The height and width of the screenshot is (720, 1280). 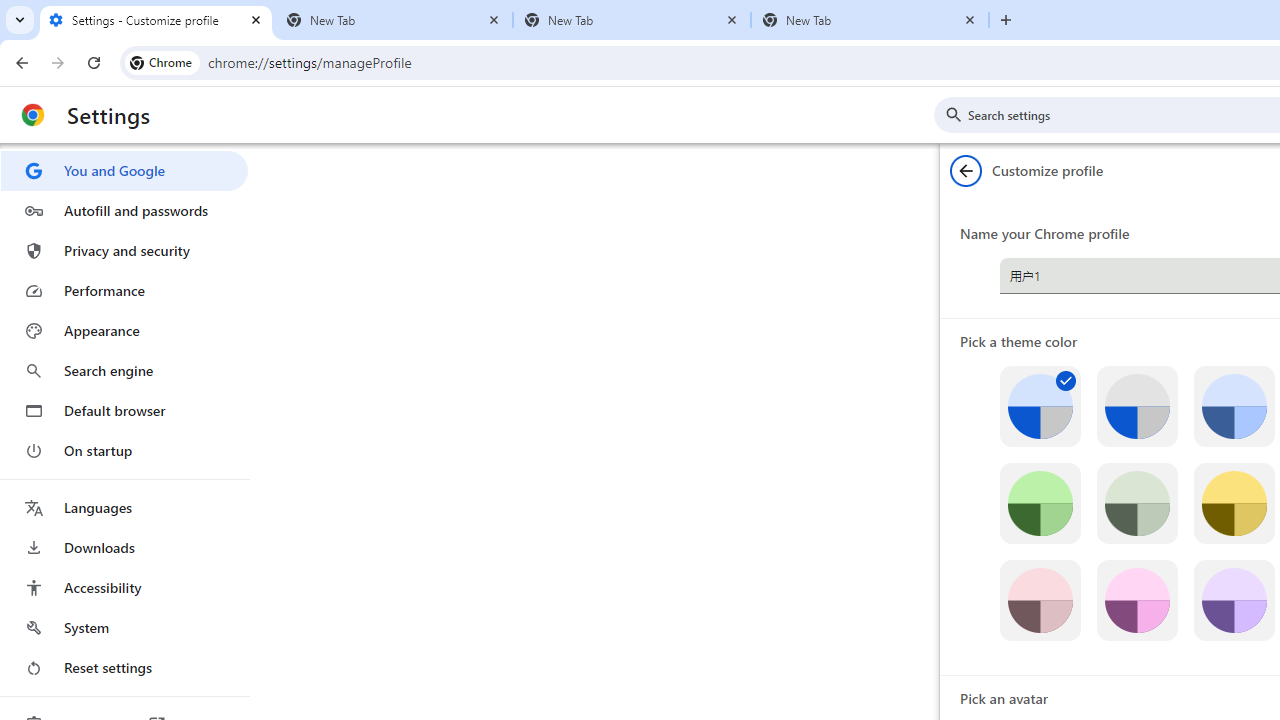 I want to click on 'Accessibility', so click(x=123, y=586).